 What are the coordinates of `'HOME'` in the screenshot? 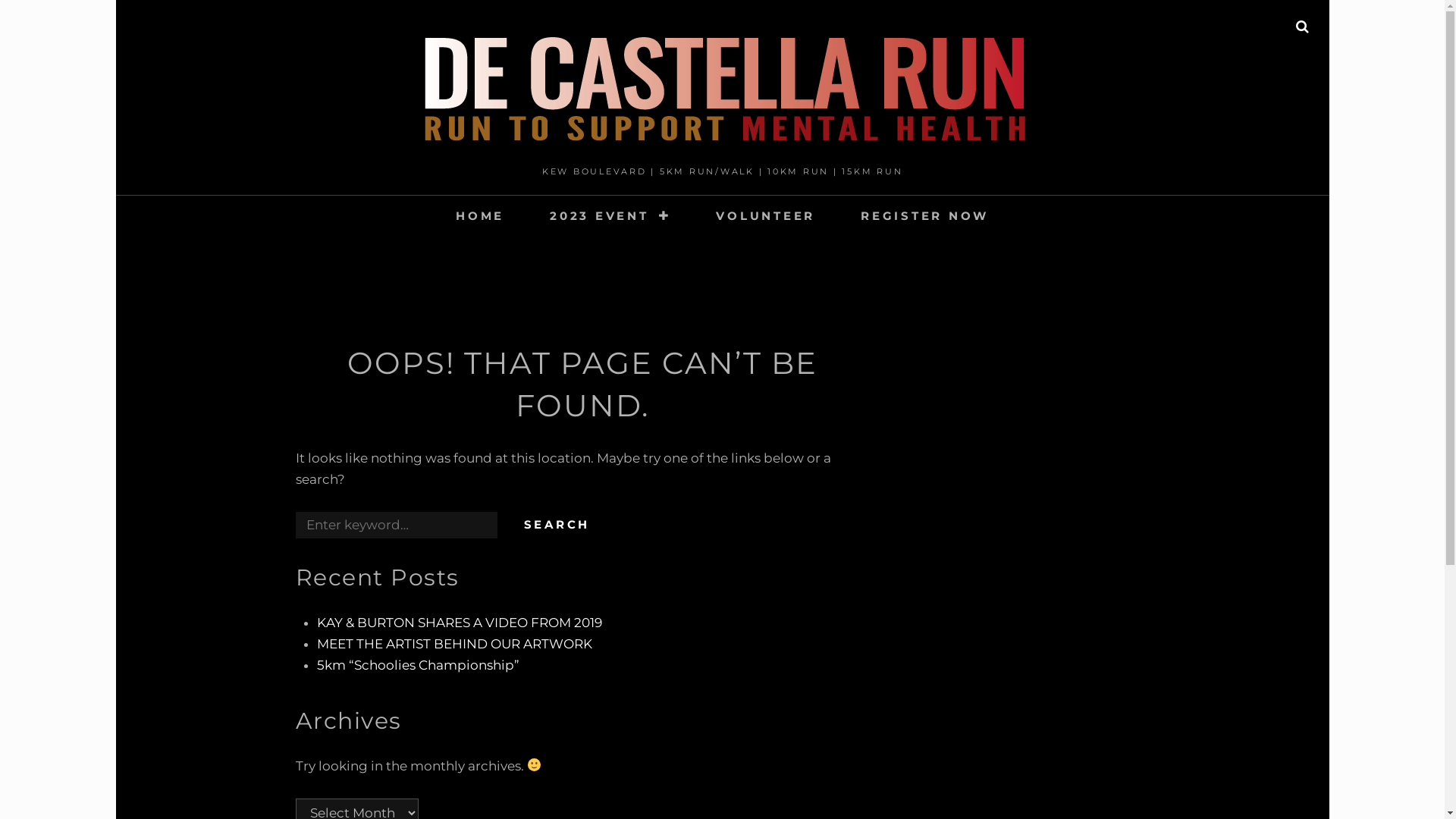 It's located at (433, 215).